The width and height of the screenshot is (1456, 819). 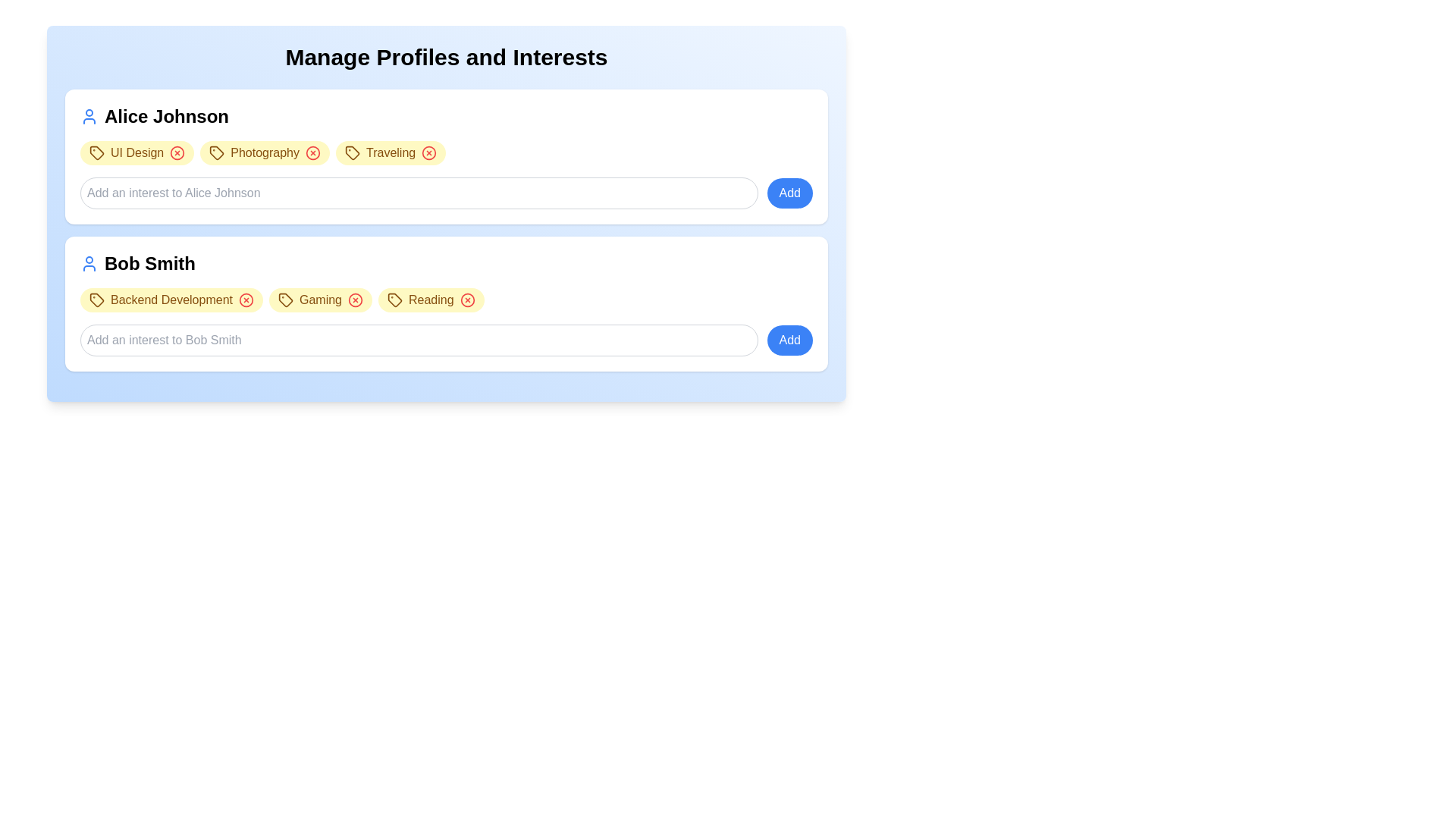 What do you see at coordinates (171, 300) in the screenshot?
I see `the yellow rounded pill-shaped tag labeled 'Backend Development' located under the 'Bob Smith' section, positioned between the name header and the input bar` at bounding box center [171, 300].